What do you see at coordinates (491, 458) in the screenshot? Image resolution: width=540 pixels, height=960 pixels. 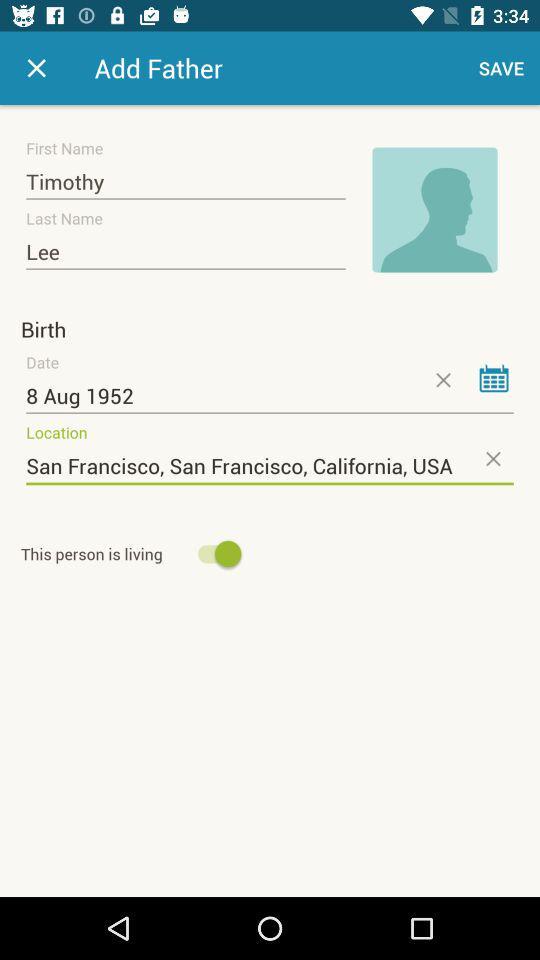 I see `the close icon` at bounding box center [491, 458].